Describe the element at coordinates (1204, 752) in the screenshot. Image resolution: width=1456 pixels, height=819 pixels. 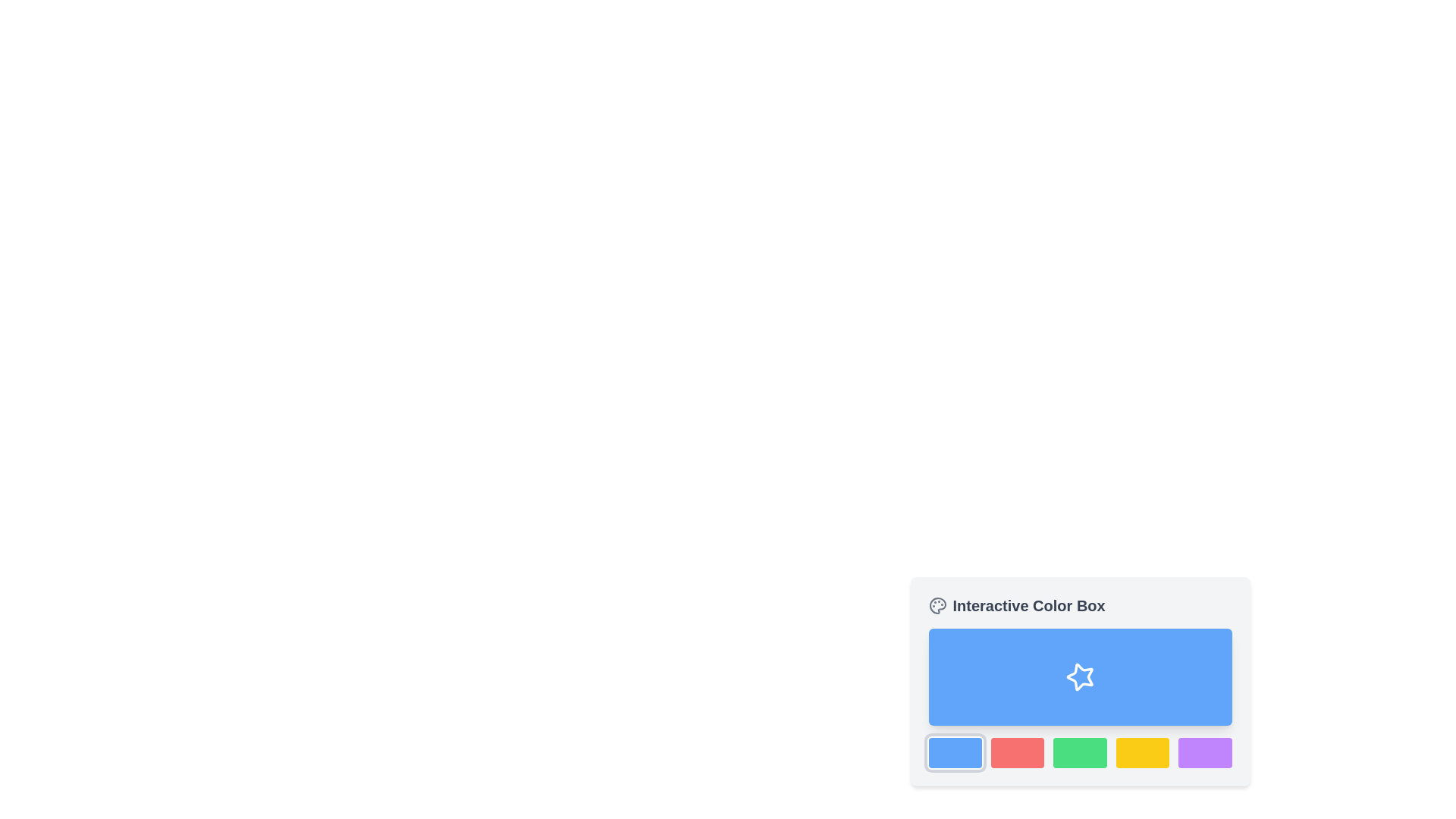
I see `the rectangular button with curved edges and a solid light purple background` at that location.